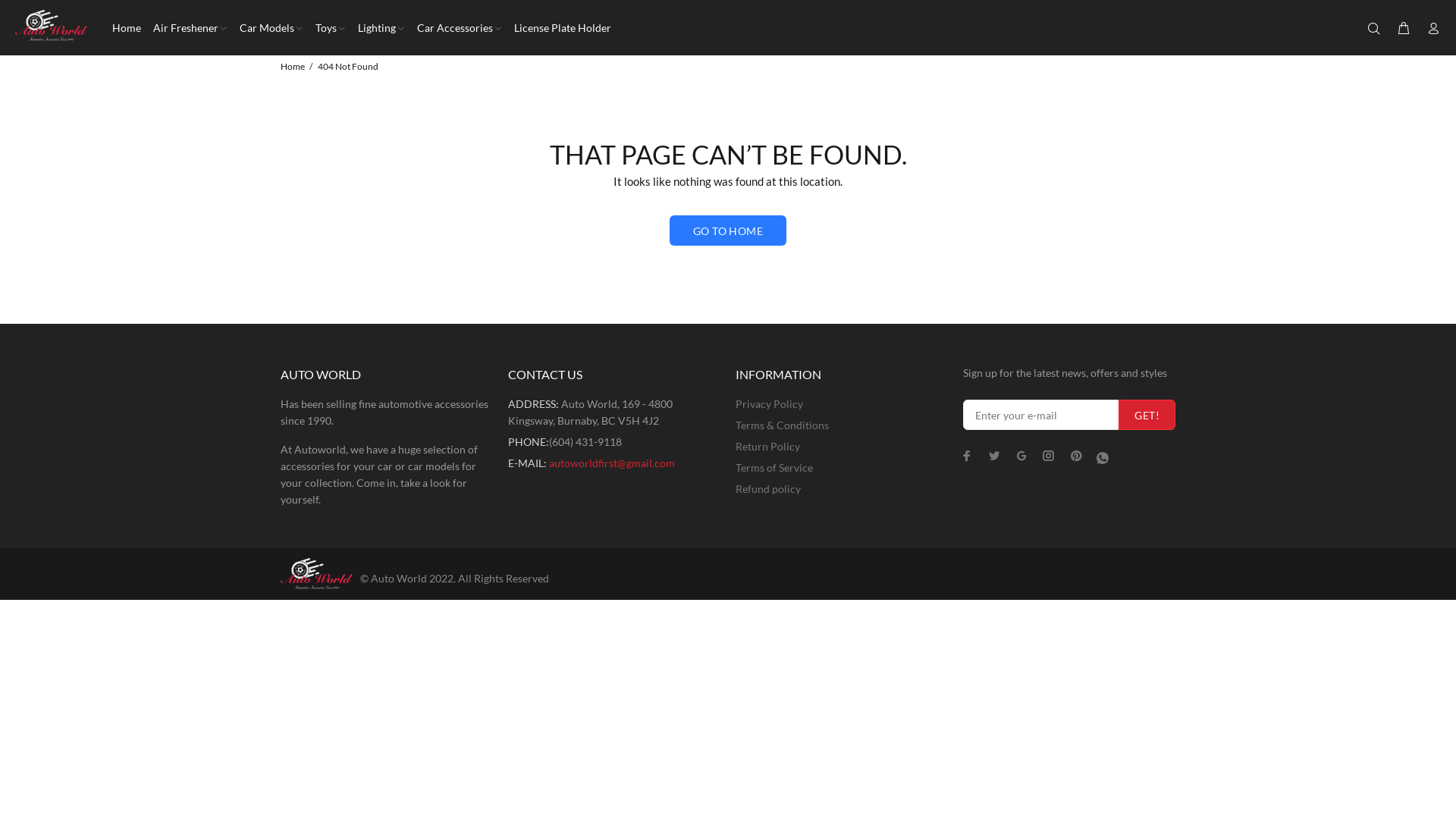  What do you see at coordinates (774, 467) in the screenshot?
I see `'Terms of Service'` at bounding box center [774, 467].